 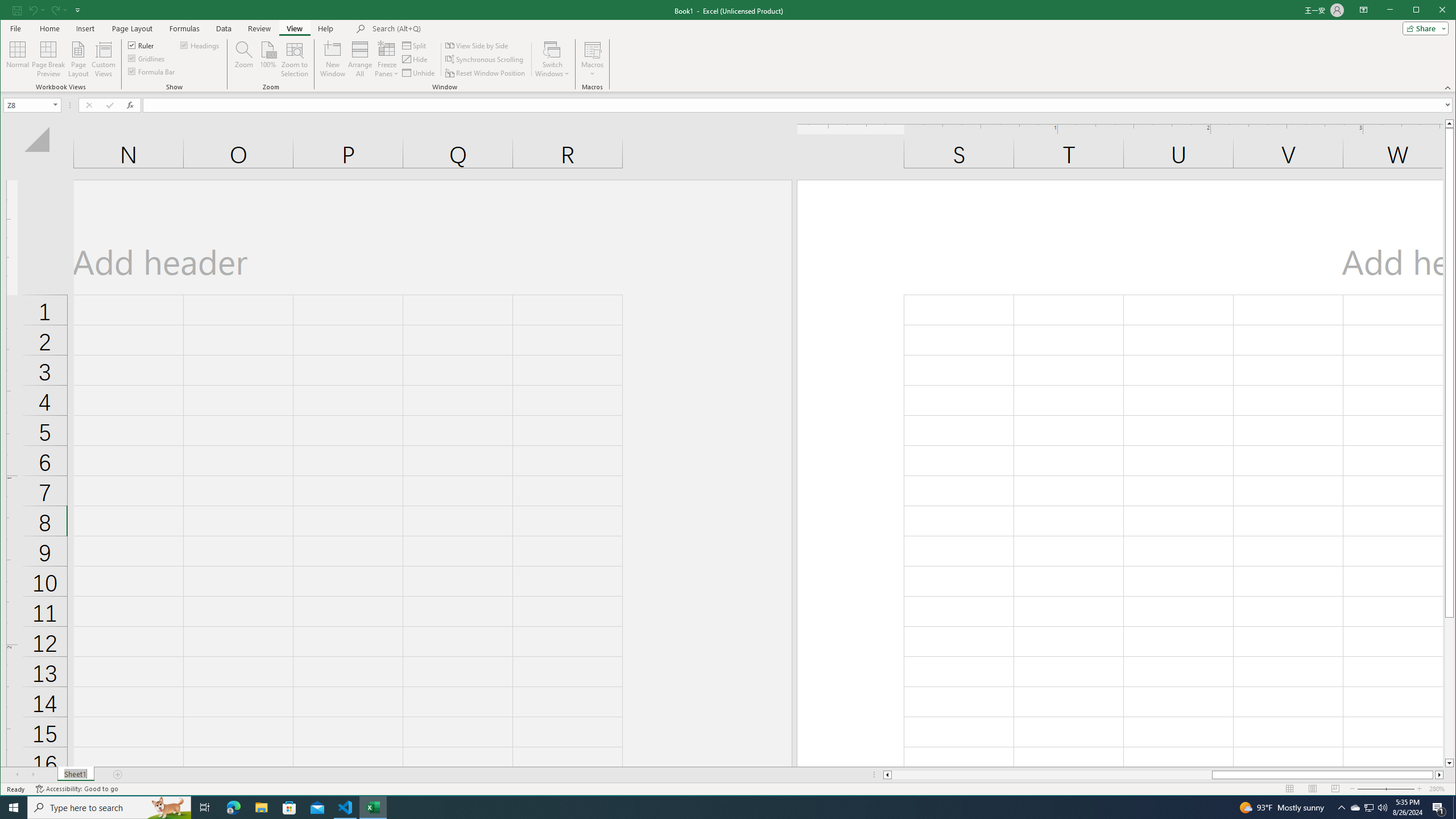 What do you see at coordinates (477, 45) in the screenshot?
I see `'View Side by Side'` at bounding box center [477, 45].